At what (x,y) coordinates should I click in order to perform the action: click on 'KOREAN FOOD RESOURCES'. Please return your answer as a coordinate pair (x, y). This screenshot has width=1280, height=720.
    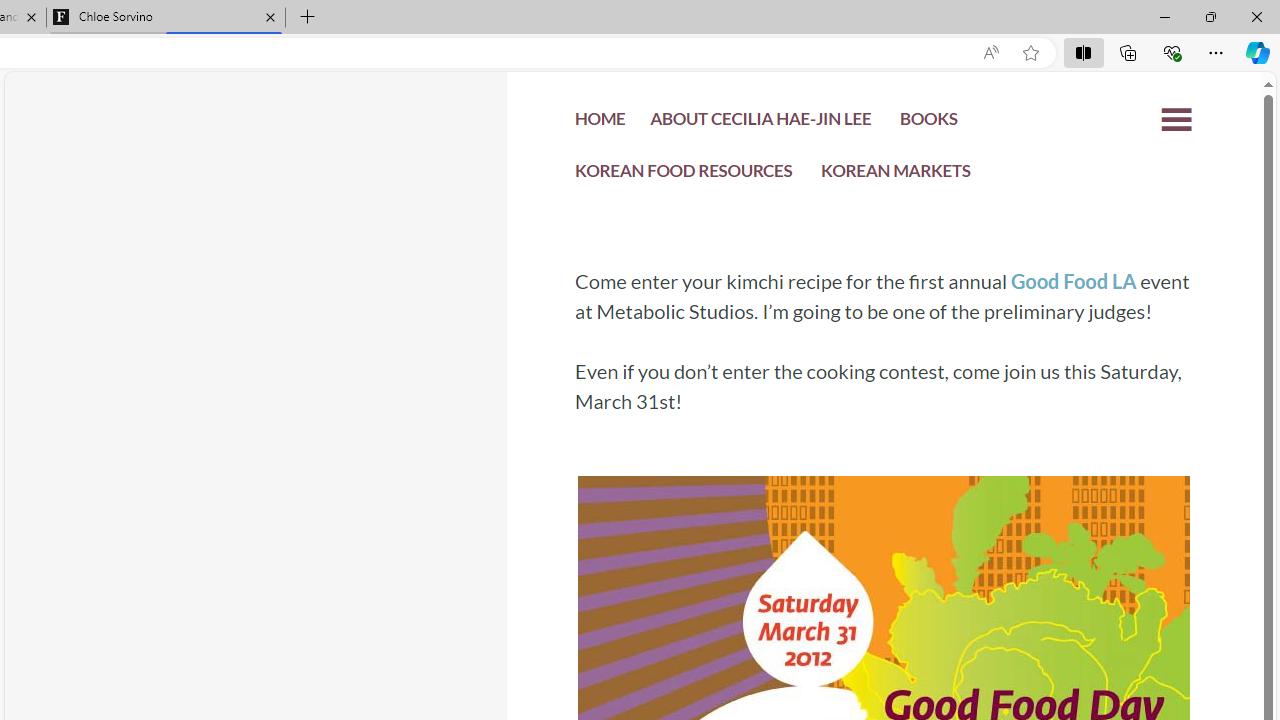
    Looking at the image, I should click on (684, 172).